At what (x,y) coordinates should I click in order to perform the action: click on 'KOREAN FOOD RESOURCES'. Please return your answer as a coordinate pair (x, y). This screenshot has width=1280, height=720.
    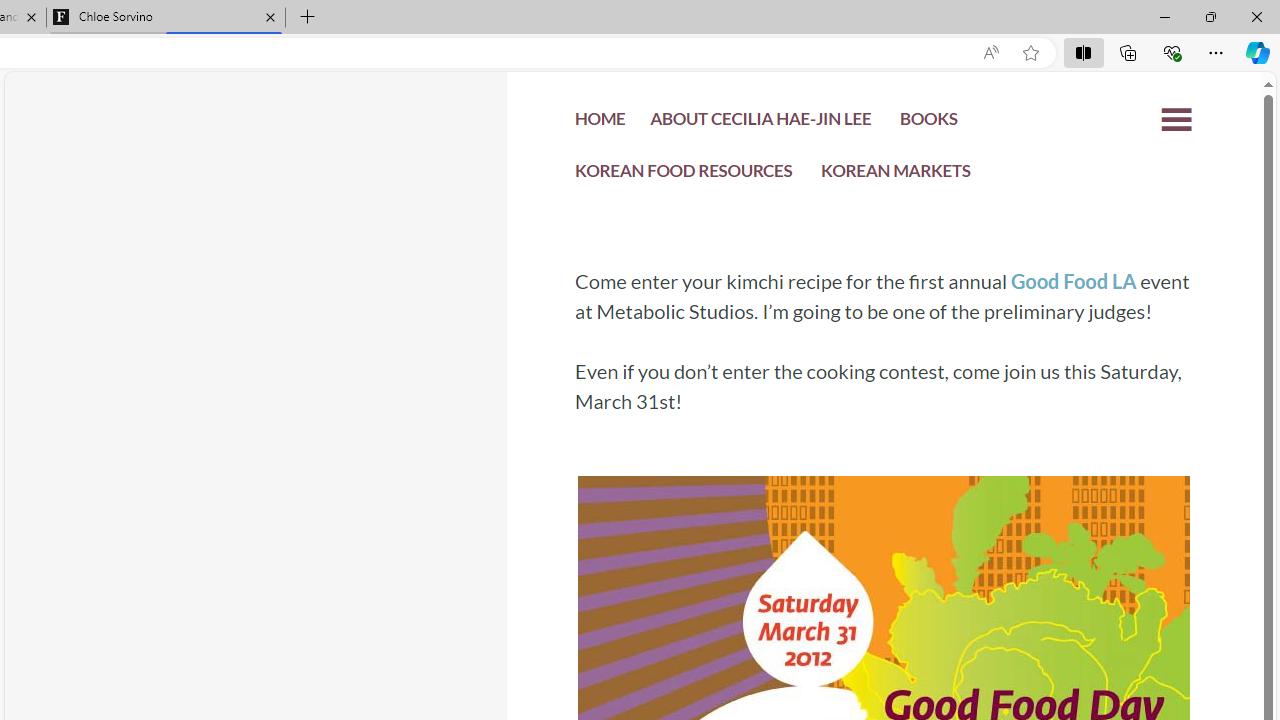
    Looking at the image, I should click on (684, 172).